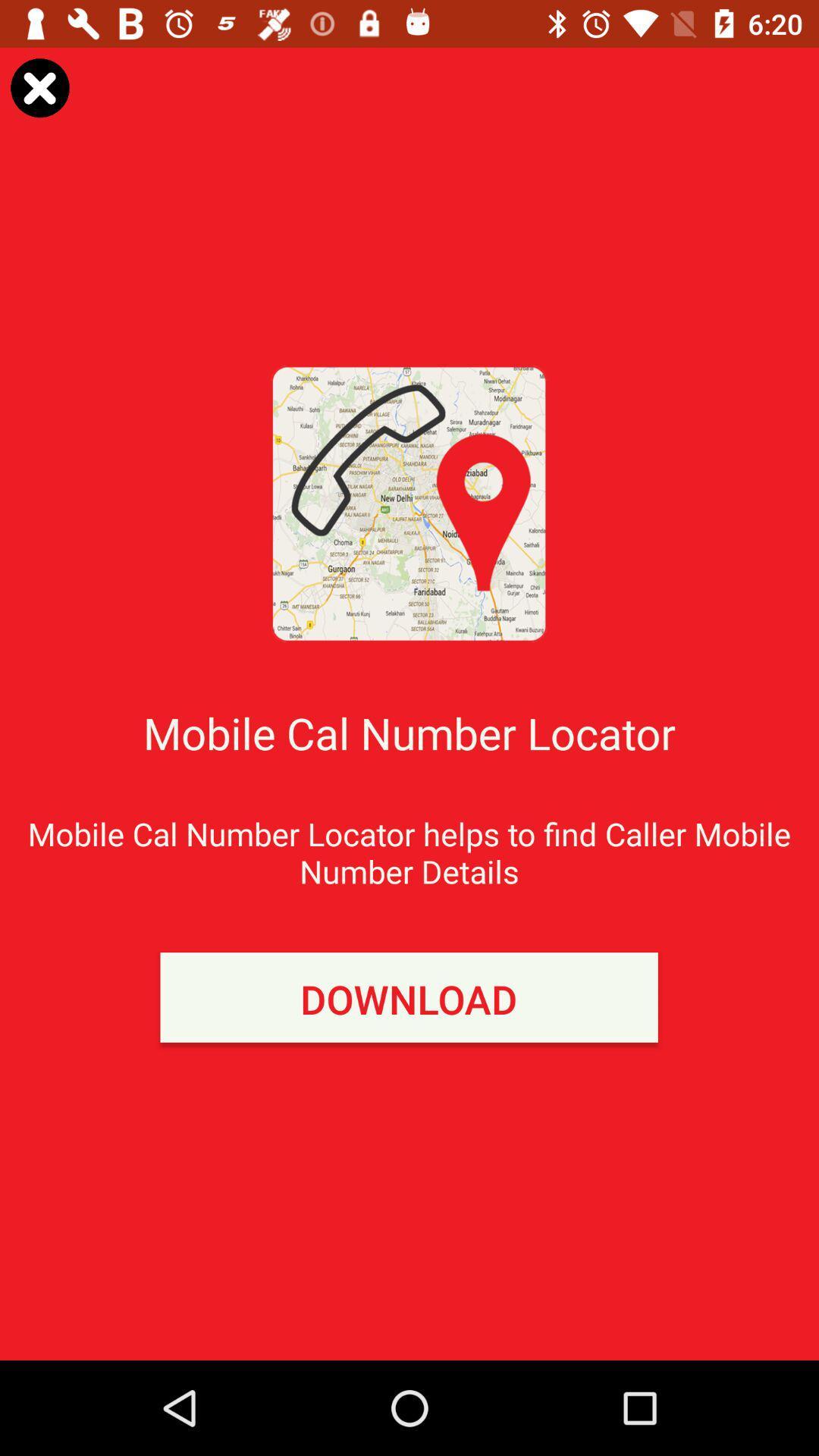 The image size is (819, 1456). Describe the element at coordinates (39, 86) in the screenshot. I see `item at the top left corner` at that location.